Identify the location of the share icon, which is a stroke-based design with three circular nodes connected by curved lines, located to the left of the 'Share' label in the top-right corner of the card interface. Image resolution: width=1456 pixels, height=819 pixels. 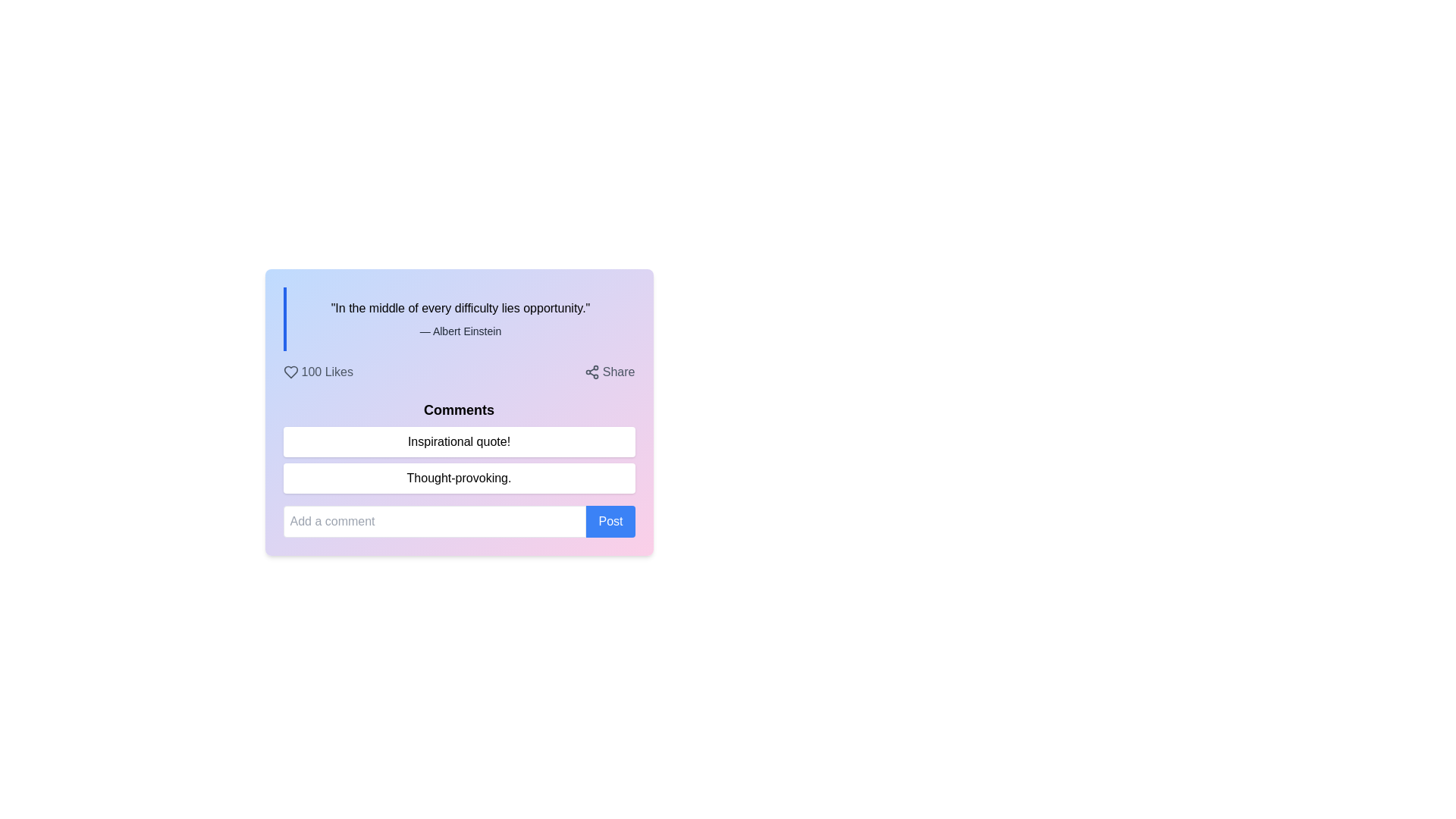
(591, 372).